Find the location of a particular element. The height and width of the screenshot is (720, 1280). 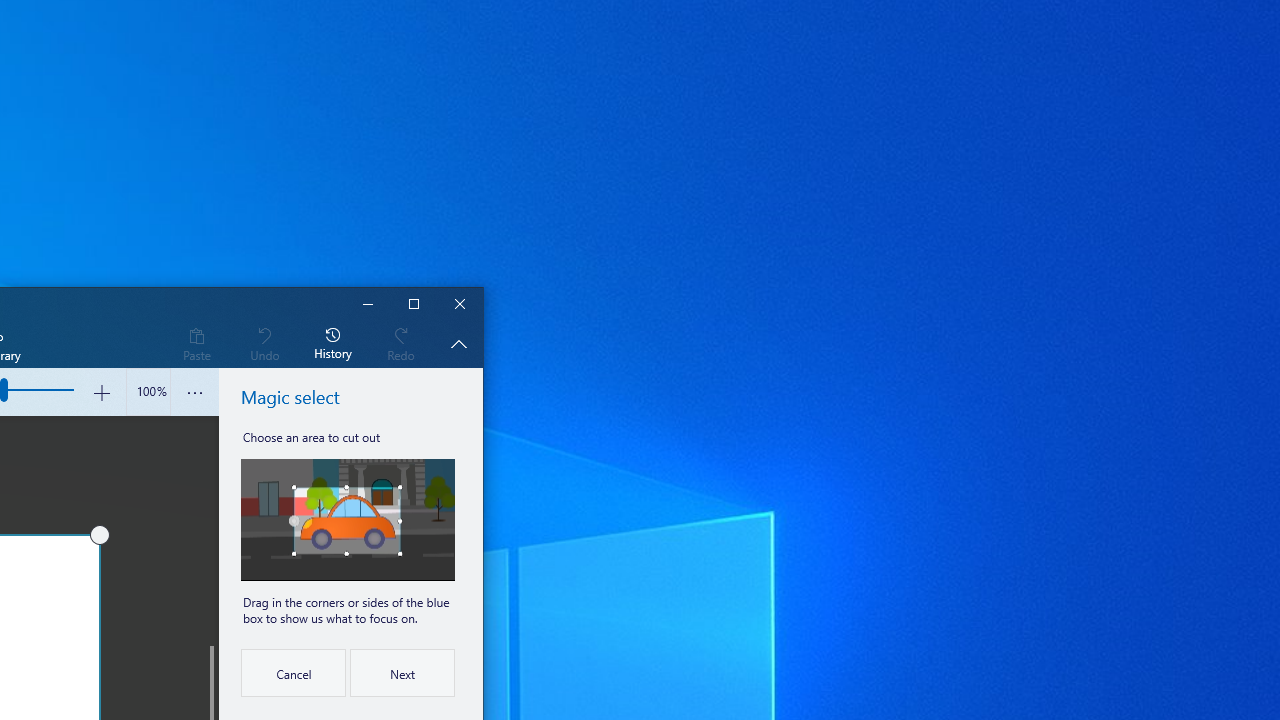

'Zoom slider' is located at coordinates (147, 392).